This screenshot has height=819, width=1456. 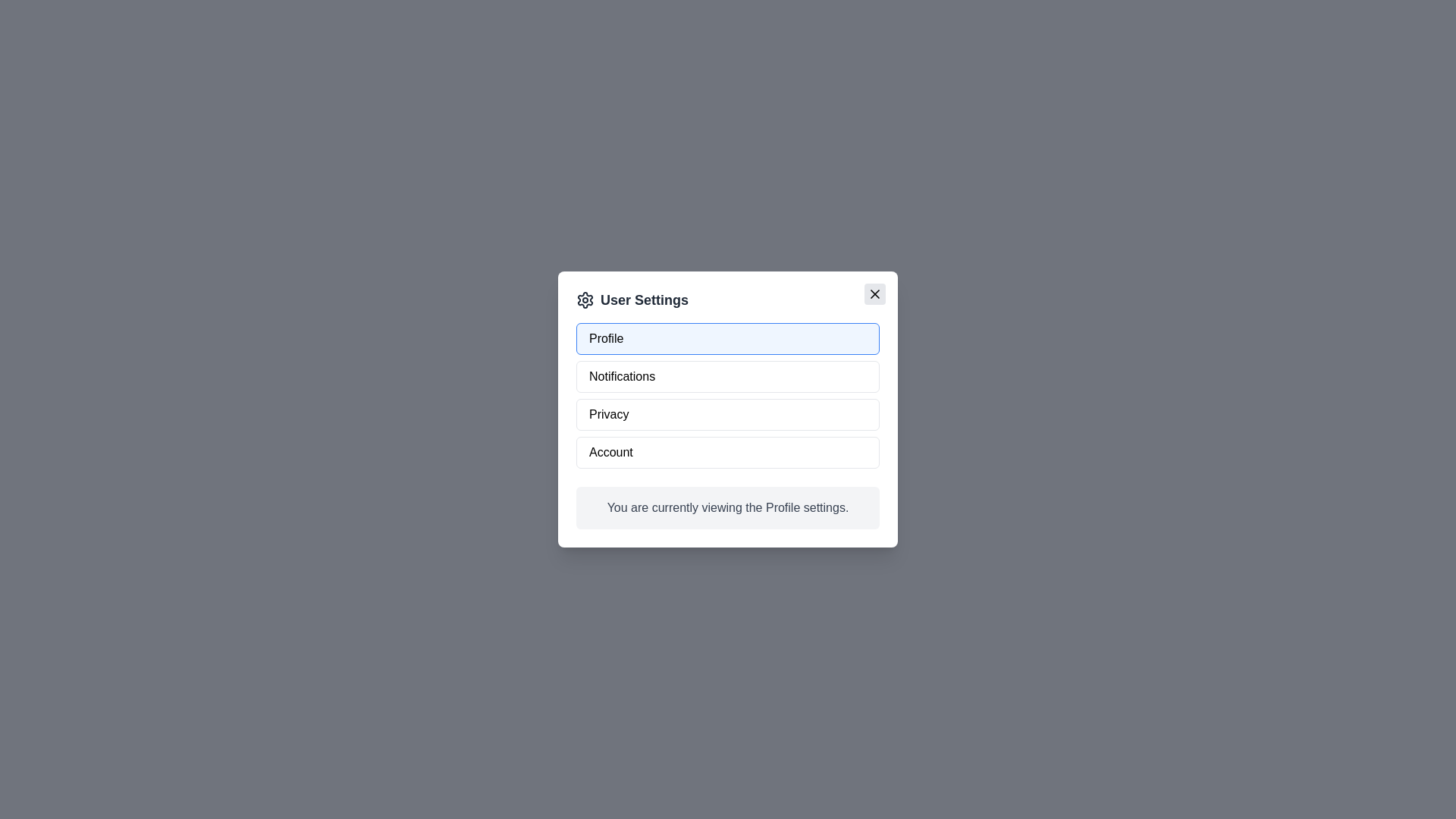 What do you see at coordinates (728, 338) in the screenshot?
I see `the setting Profile by clicking on its button` at bounding box center [728, 338].